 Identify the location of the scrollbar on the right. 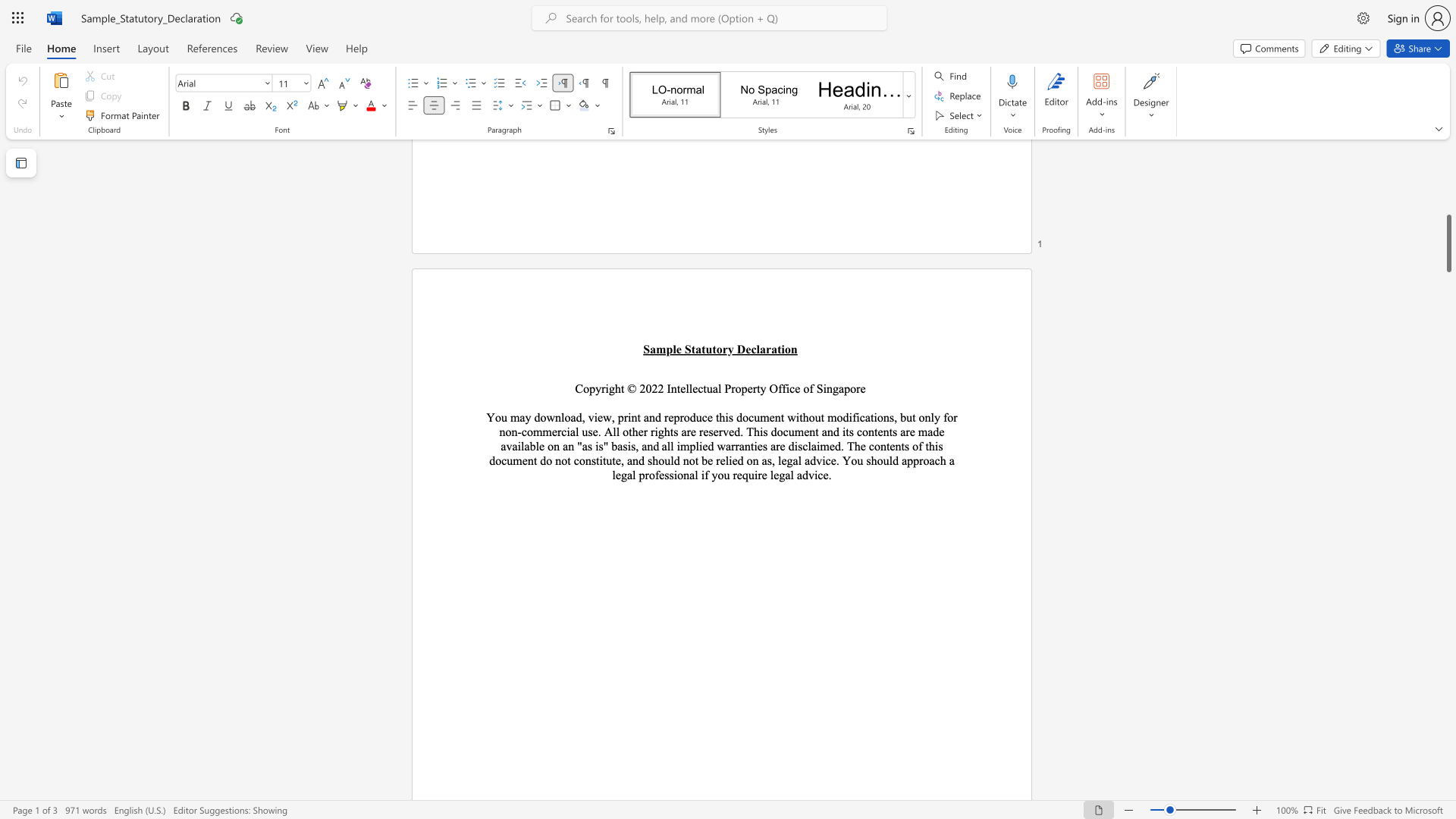
(1448, 174).